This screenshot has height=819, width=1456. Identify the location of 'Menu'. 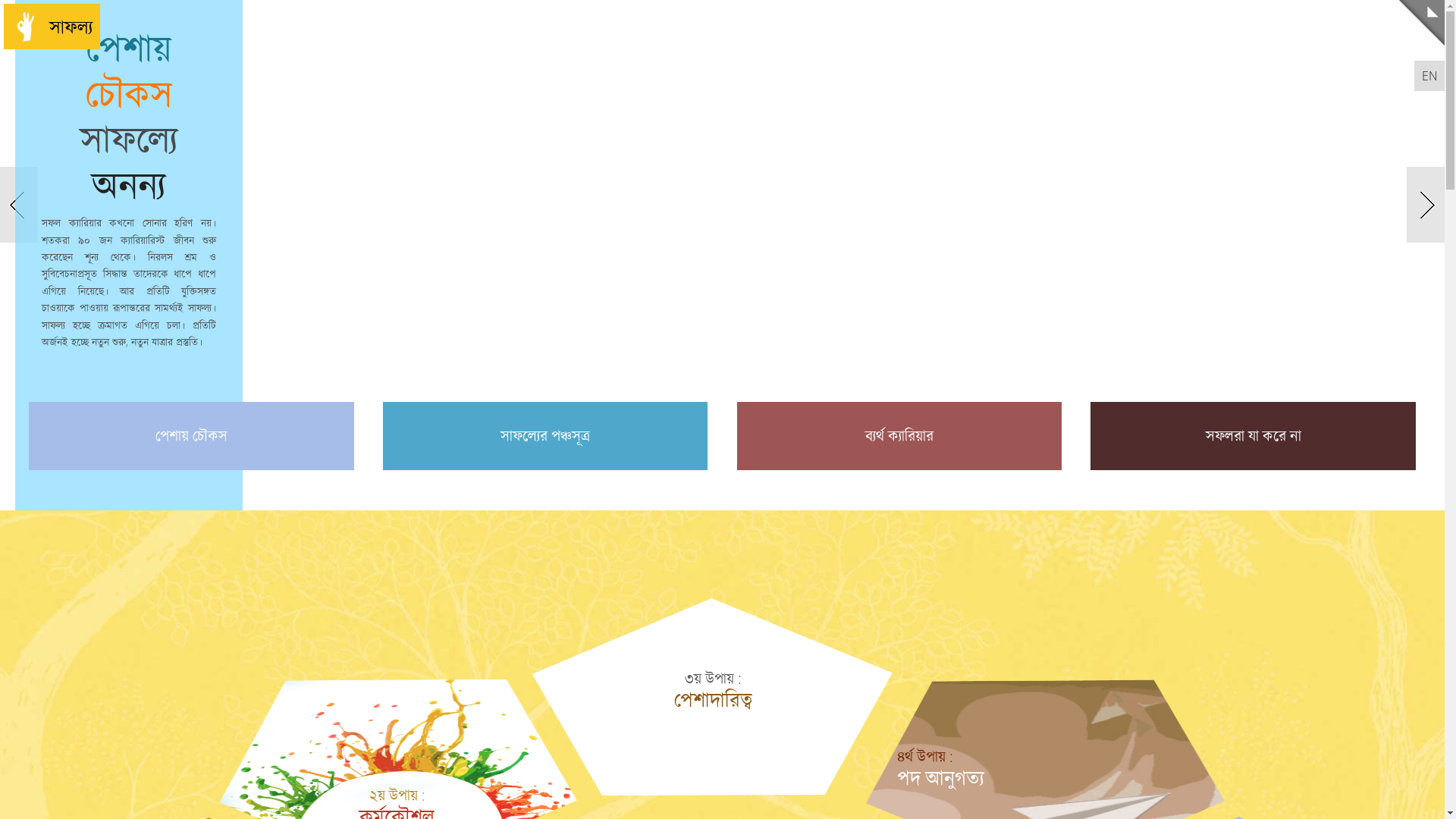
(1421, 23).